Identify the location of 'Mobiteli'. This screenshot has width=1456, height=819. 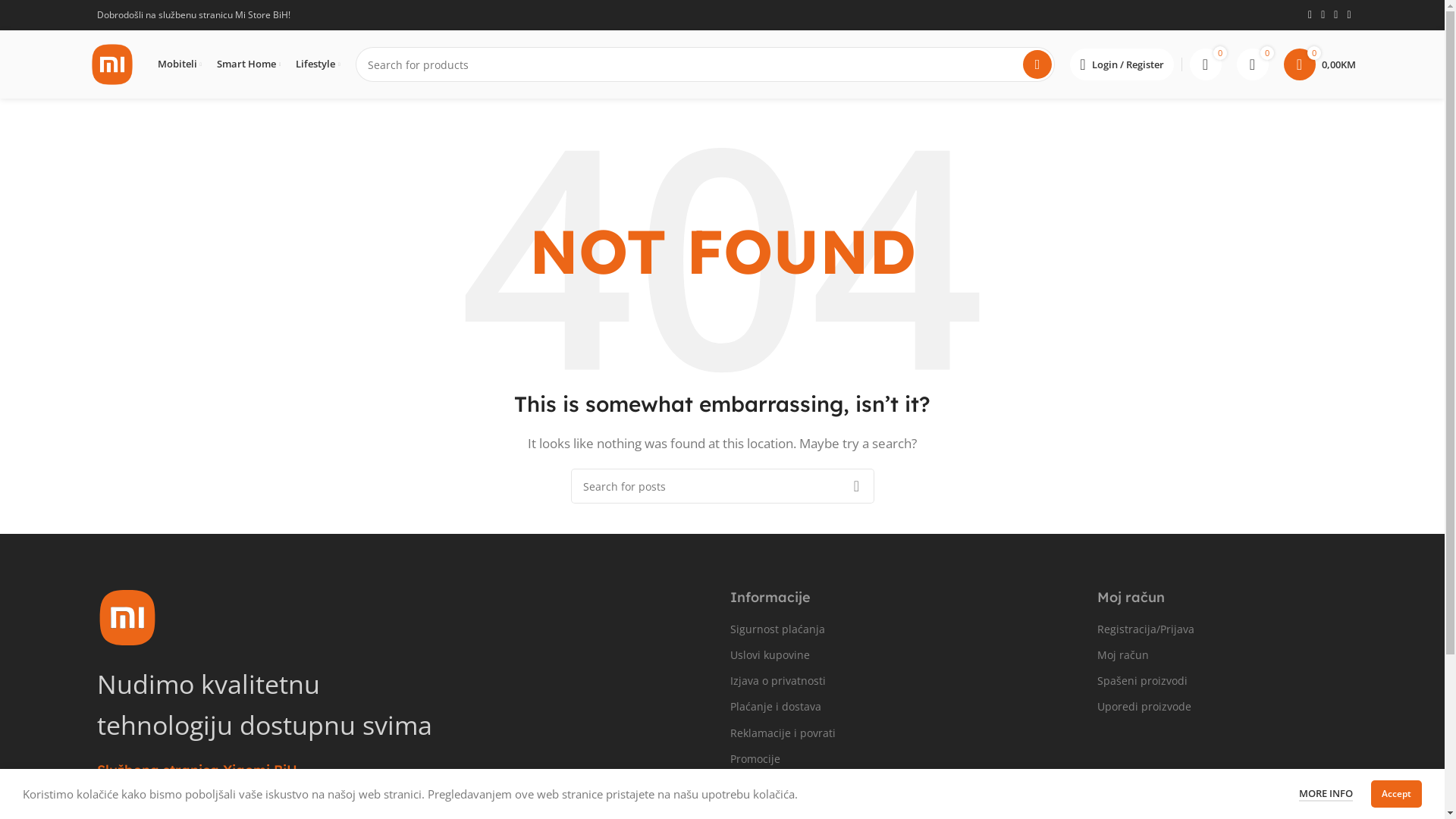
(157, 63).